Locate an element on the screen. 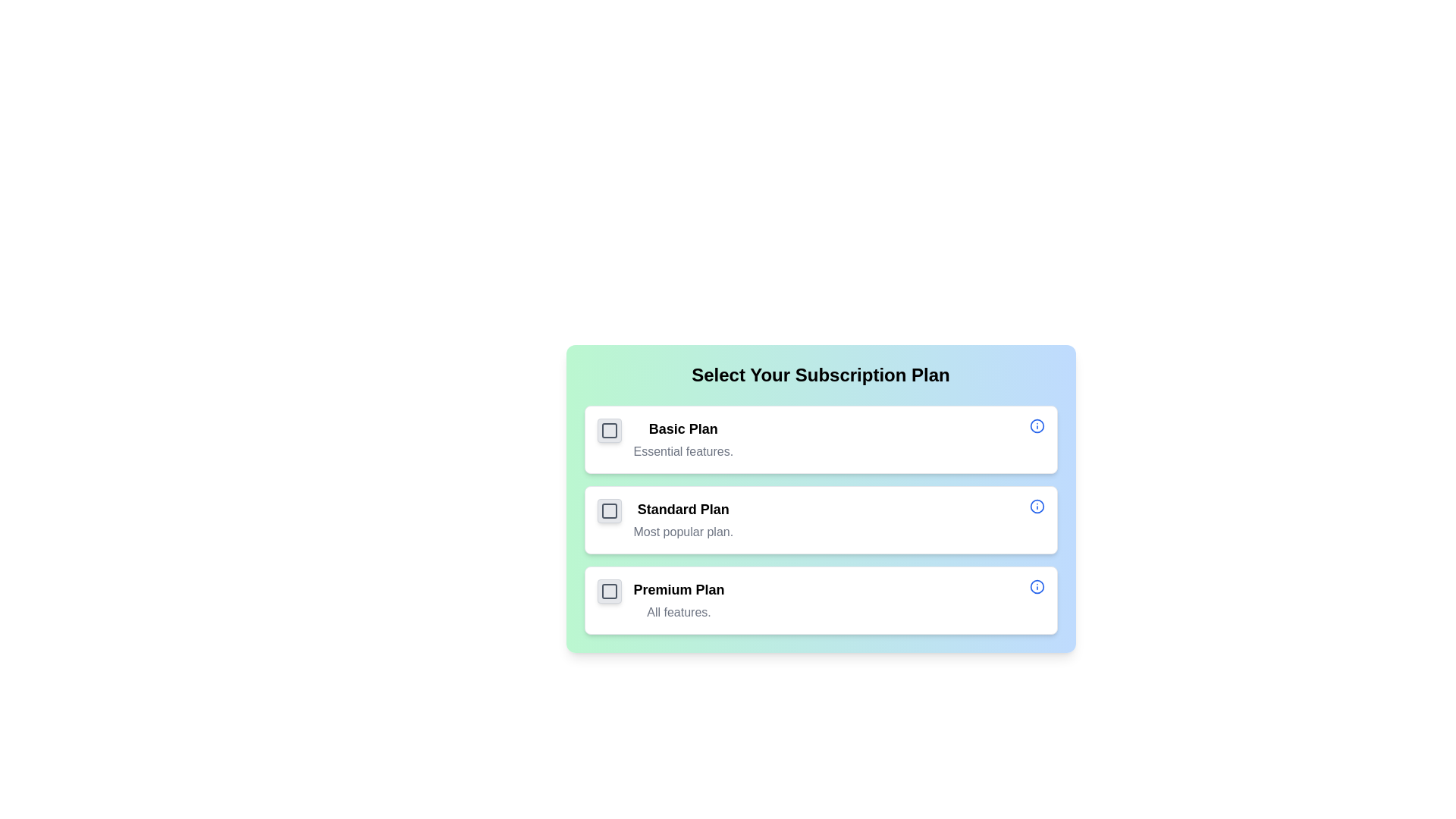 Image resolution: width=1456 pixels, height=819 pixels. the checkbox for the 'Premium Plan' option is located at coordinates (609, 590).